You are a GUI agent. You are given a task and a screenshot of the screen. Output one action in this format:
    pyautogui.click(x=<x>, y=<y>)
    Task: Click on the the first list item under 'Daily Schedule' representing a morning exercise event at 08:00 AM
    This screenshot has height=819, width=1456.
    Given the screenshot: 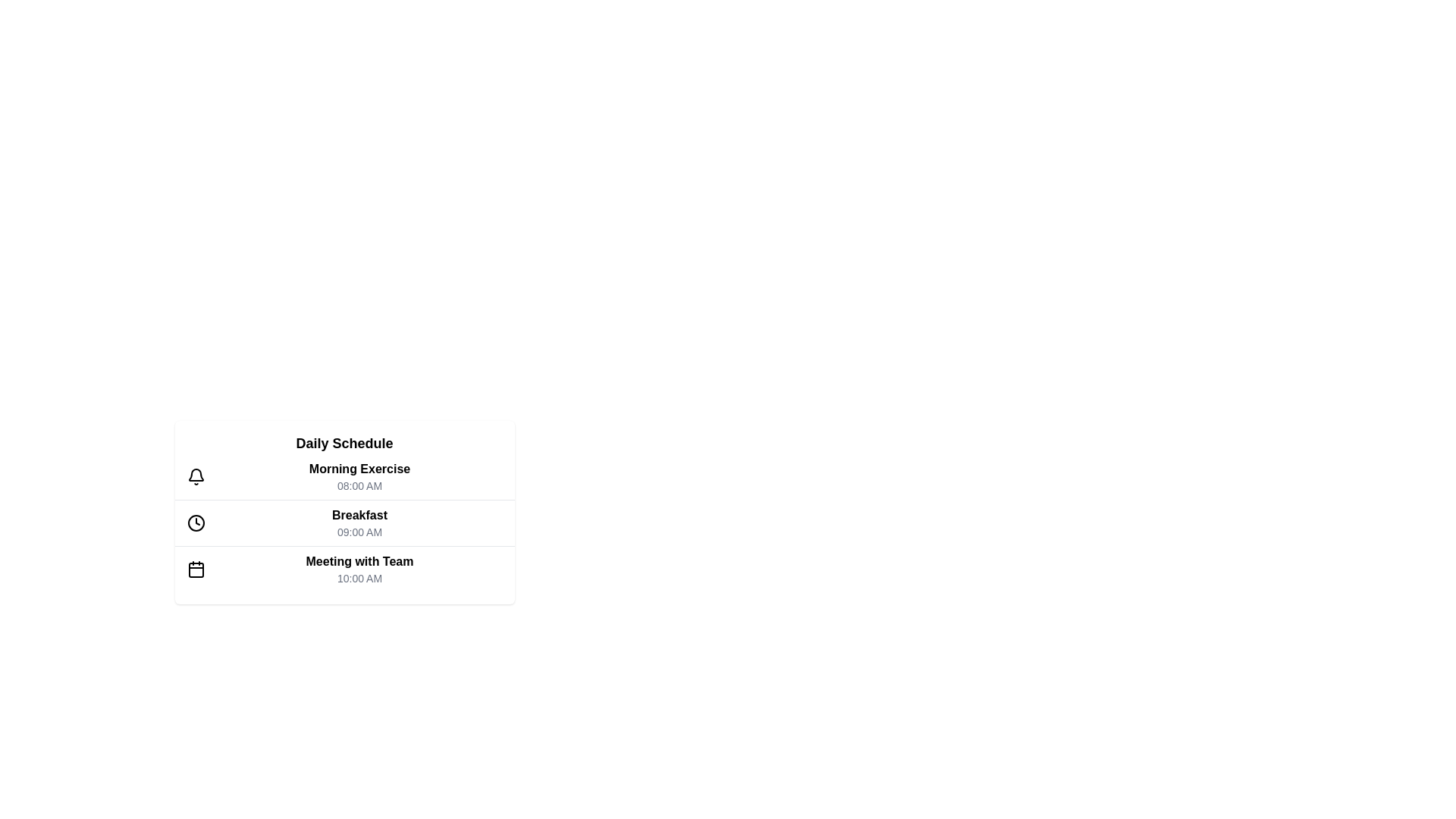 What is the action you would take?
    pyautogui.click(x=344, y=475)
    